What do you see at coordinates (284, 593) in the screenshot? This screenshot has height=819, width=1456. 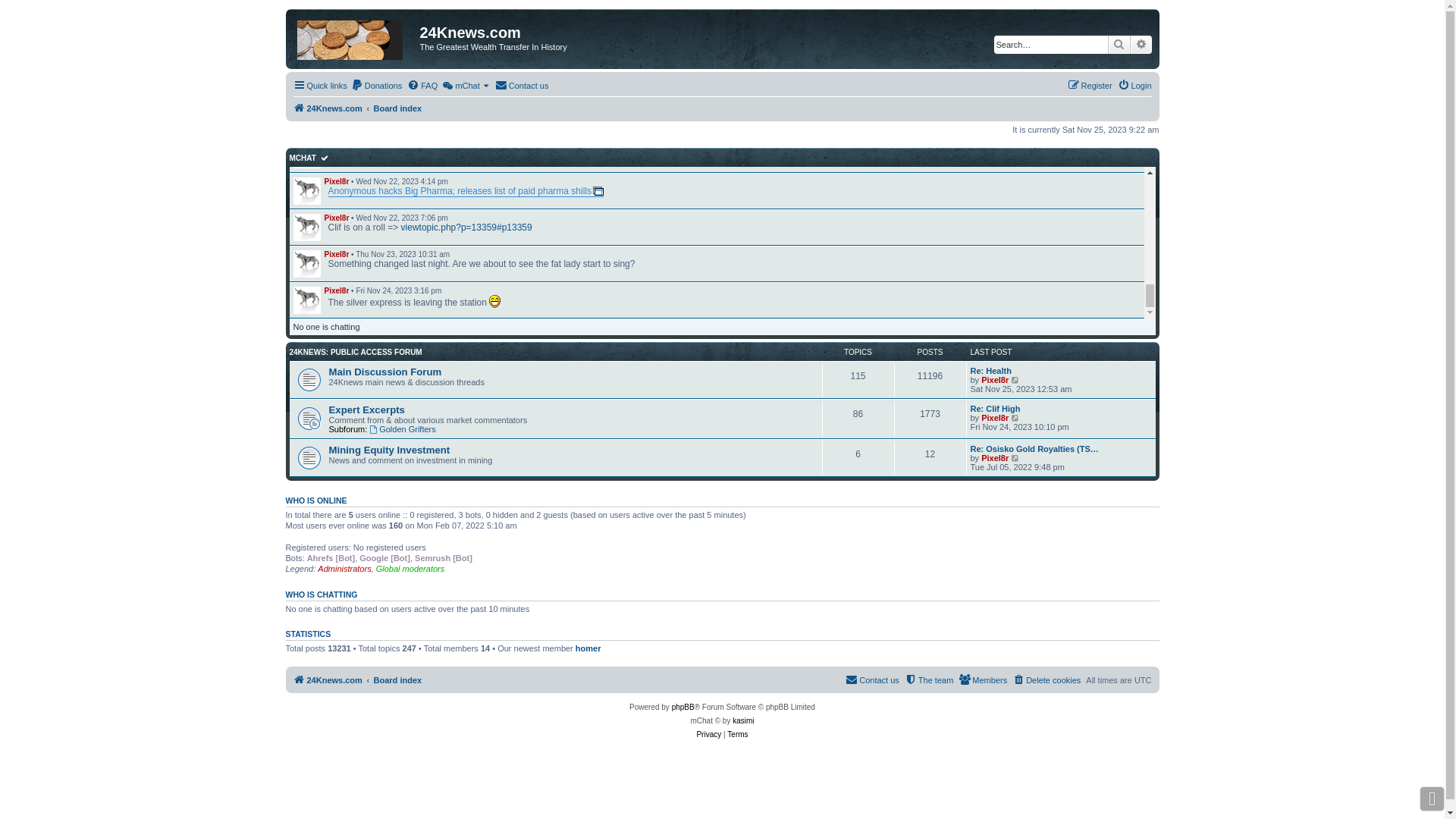 I see `'WHO IS CHATTING'` at bounding box center [284, 593].